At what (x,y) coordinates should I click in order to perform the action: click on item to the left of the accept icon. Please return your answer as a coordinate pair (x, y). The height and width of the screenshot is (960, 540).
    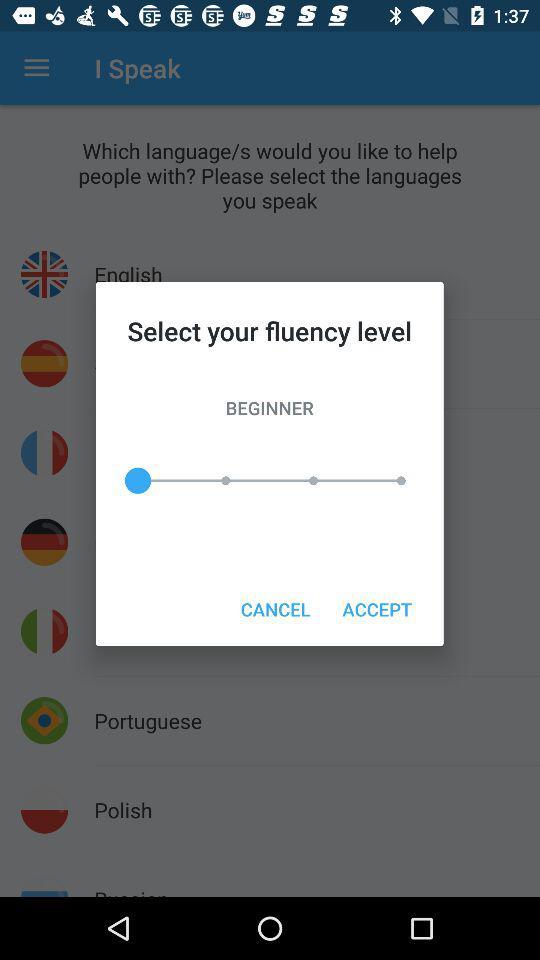
    Looking at the image, I should click on (274, 608).